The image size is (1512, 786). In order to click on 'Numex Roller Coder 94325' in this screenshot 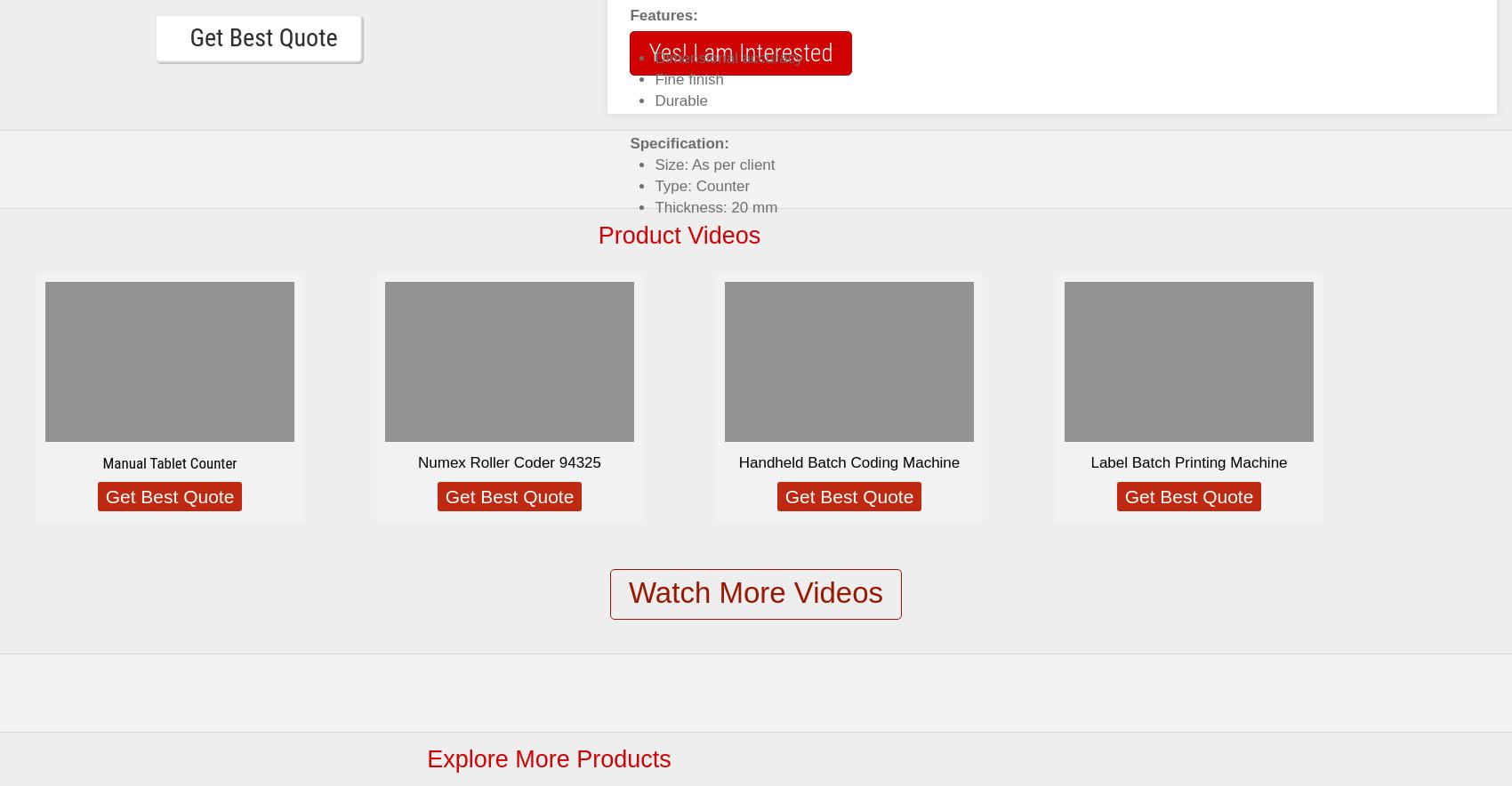, I will do `click(509, 462)`.